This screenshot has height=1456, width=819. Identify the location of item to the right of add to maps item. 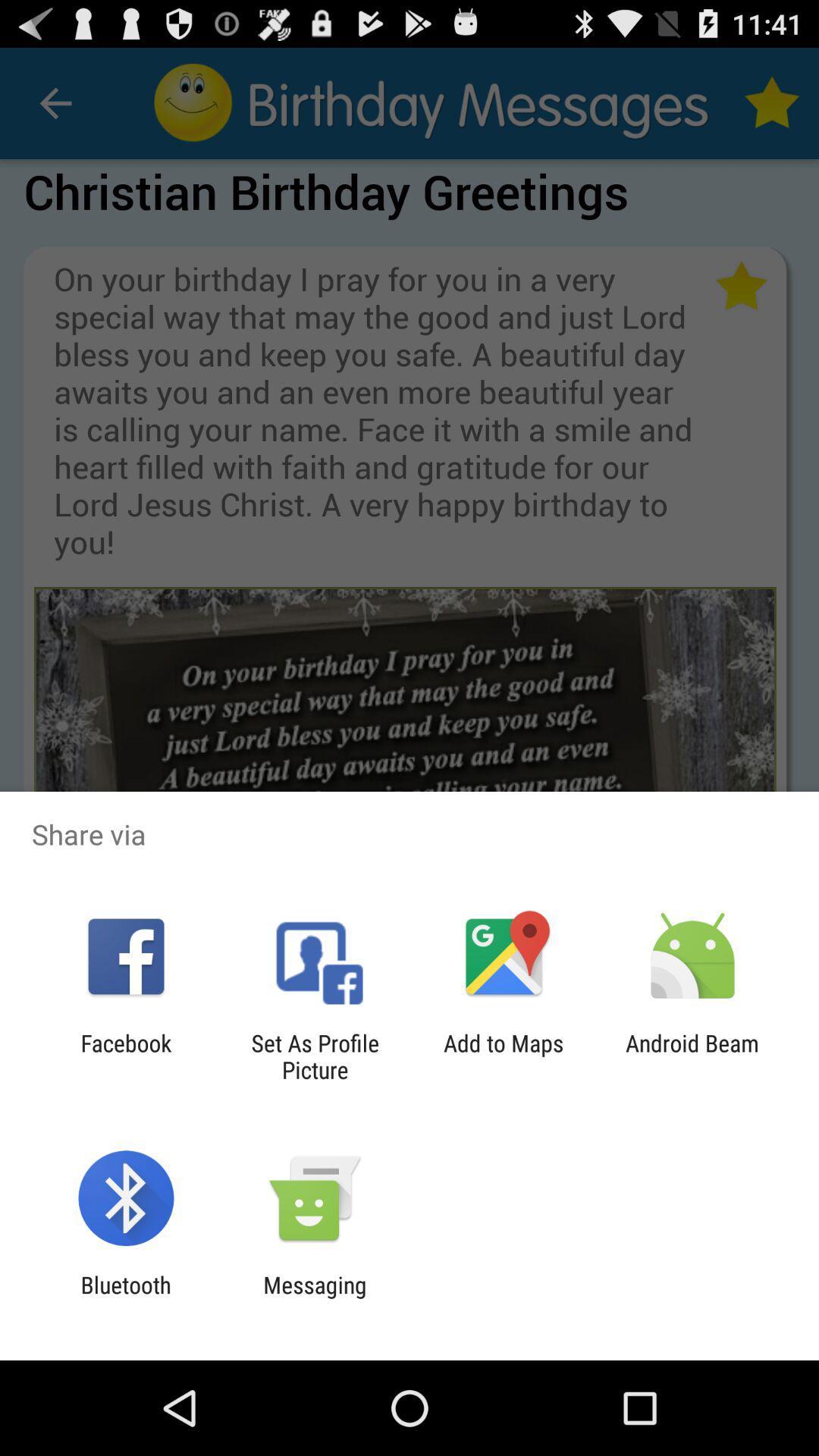
(692, 1056).